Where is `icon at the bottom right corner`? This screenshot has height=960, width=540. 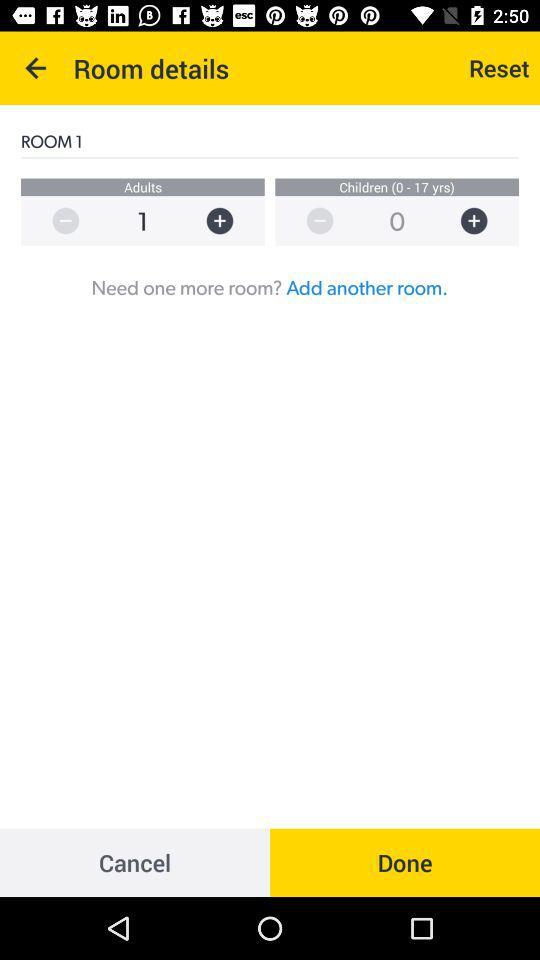 icon at the bottom right corner is located at coordinates (405, 861).